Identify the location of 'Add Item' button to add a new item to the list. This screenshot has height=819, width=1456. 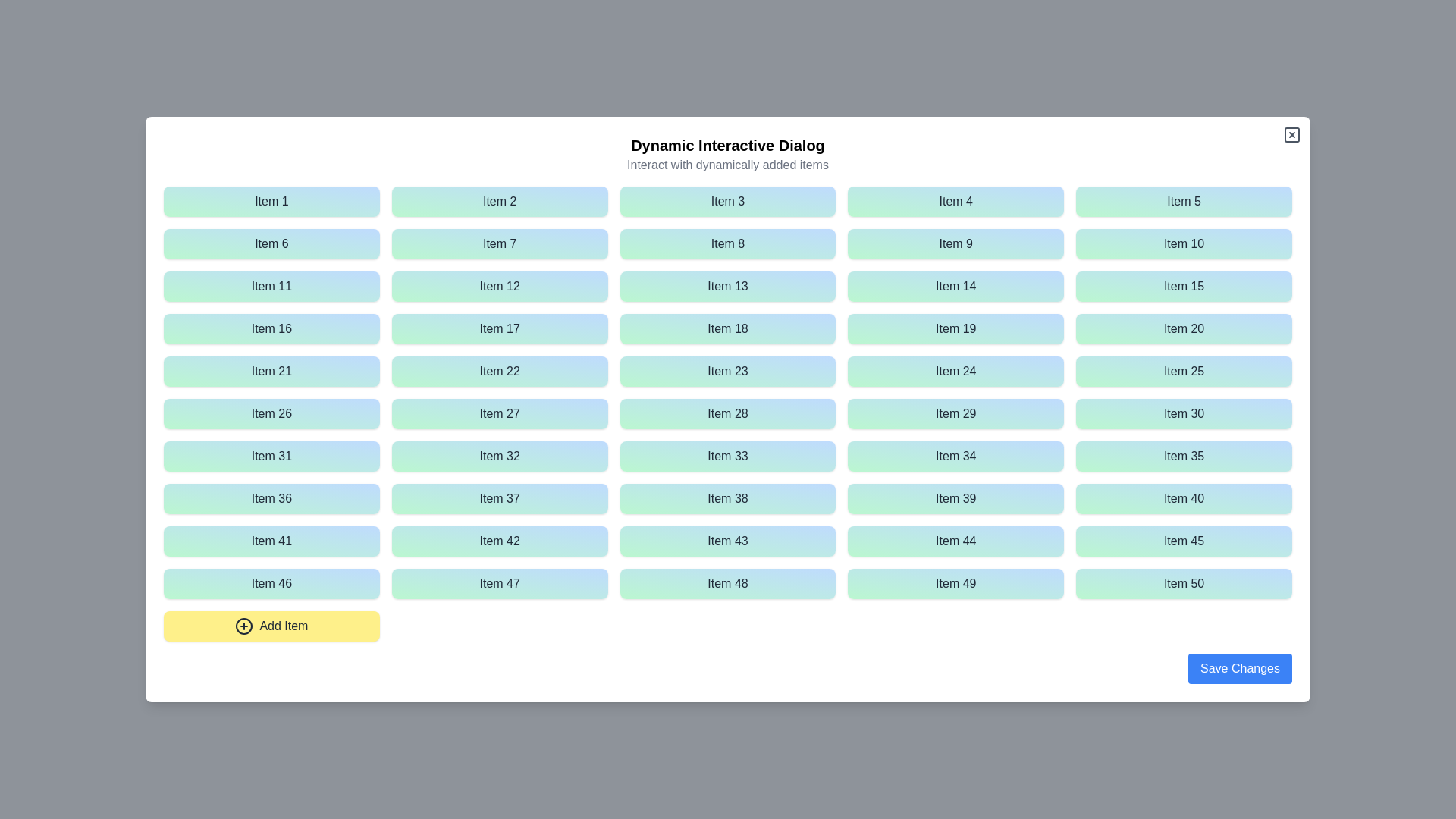
(271, 626).